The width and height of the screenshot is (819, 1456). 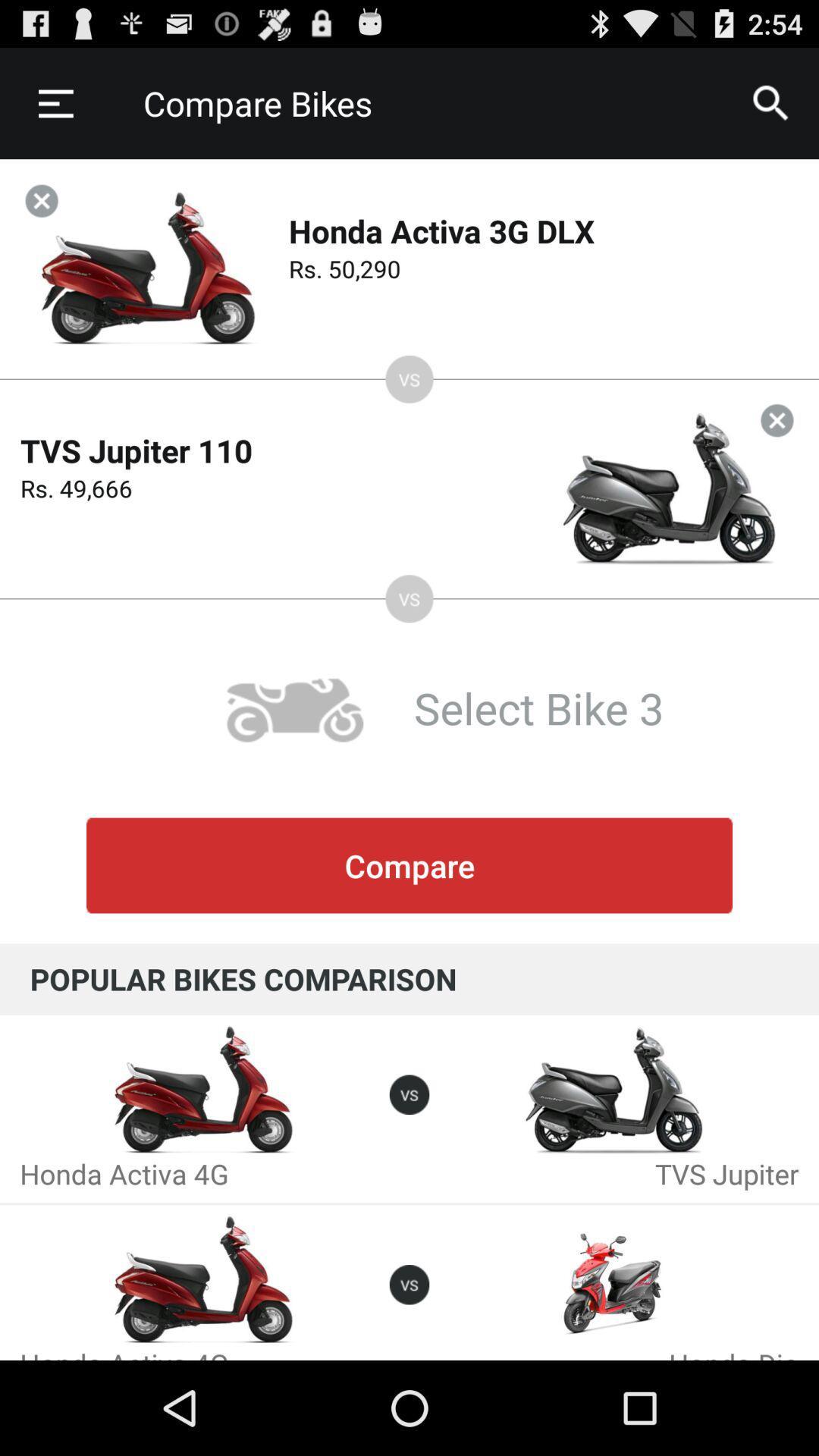 What do you see at coordinates (55, 102) in the screenshot?
I see `icon next to compare bikes item` at bounding box center [55, 102].